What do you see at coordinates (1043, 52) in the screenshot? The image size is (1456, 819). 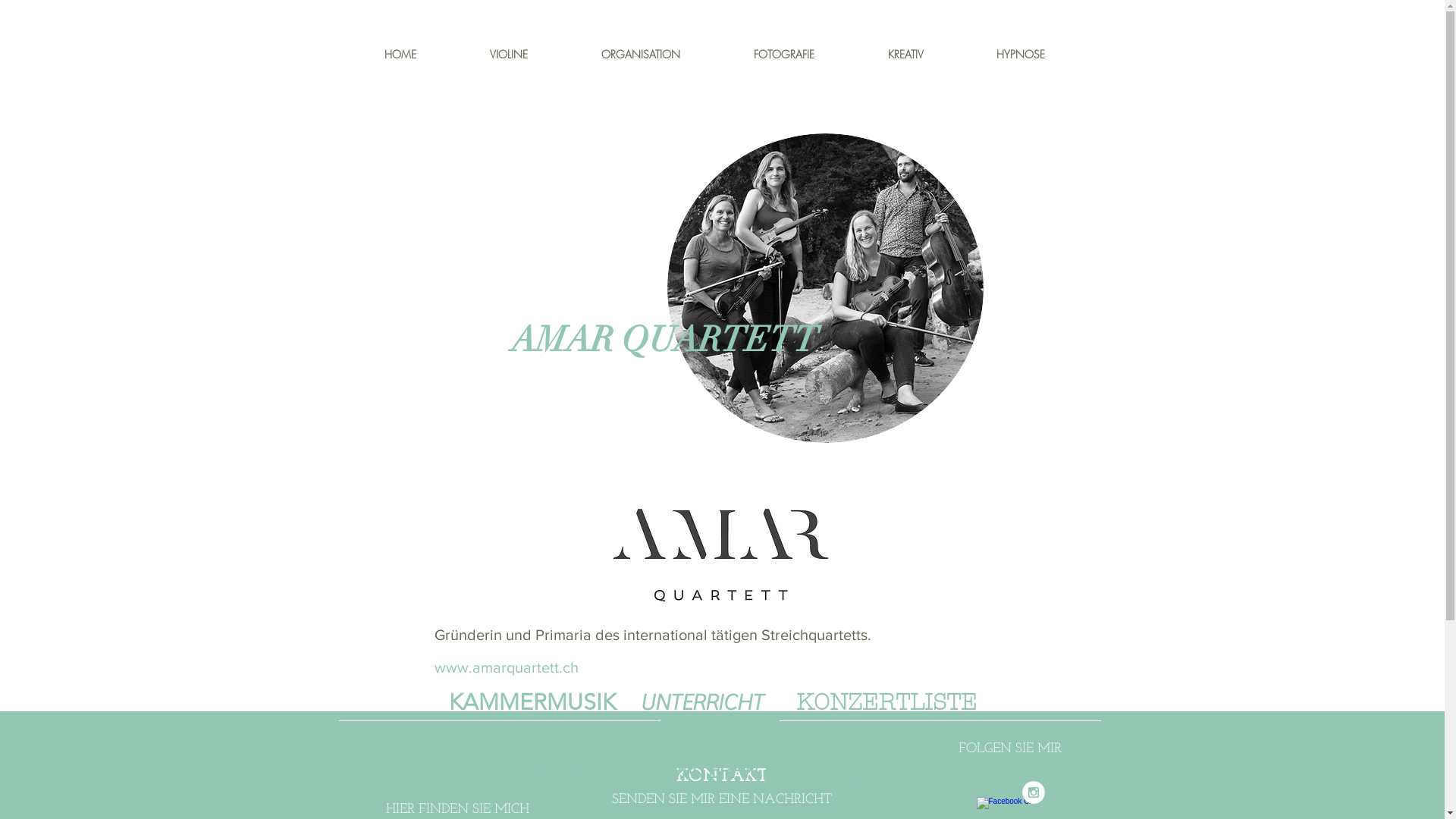 I see `'HYPNOSE'` at bounding box center [1043, 52].